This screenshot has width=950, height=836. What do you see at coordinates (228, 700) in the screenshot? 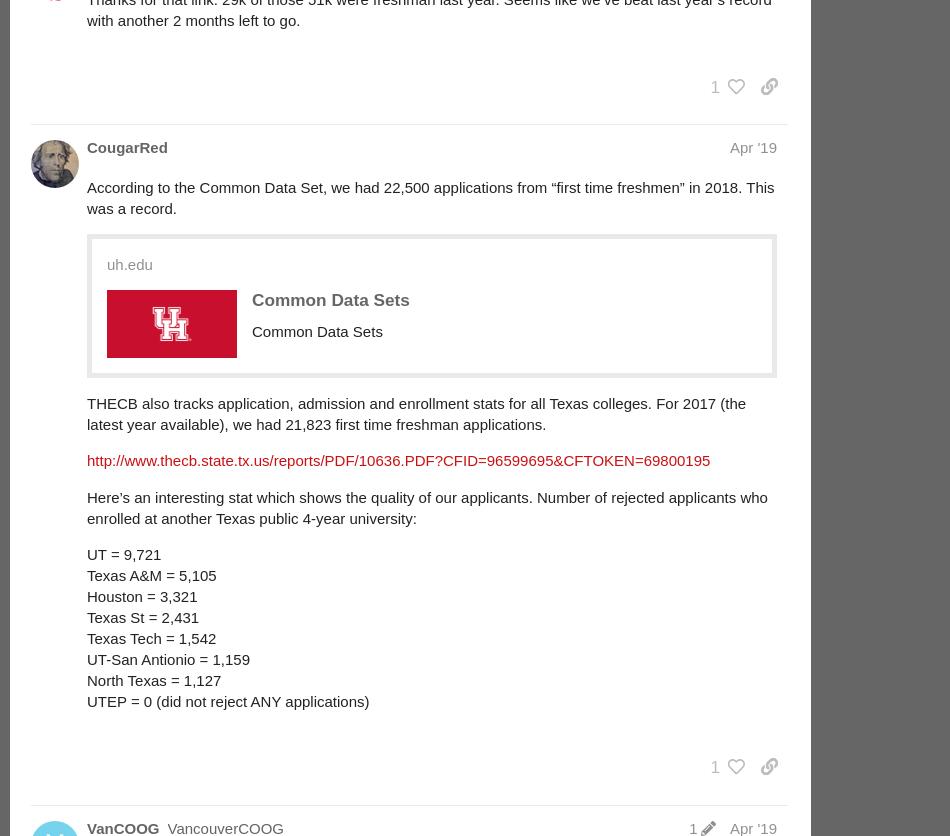
I see `'UTEP = 0 (did not reject ANY applications)'` at bounding box center [228, 700].